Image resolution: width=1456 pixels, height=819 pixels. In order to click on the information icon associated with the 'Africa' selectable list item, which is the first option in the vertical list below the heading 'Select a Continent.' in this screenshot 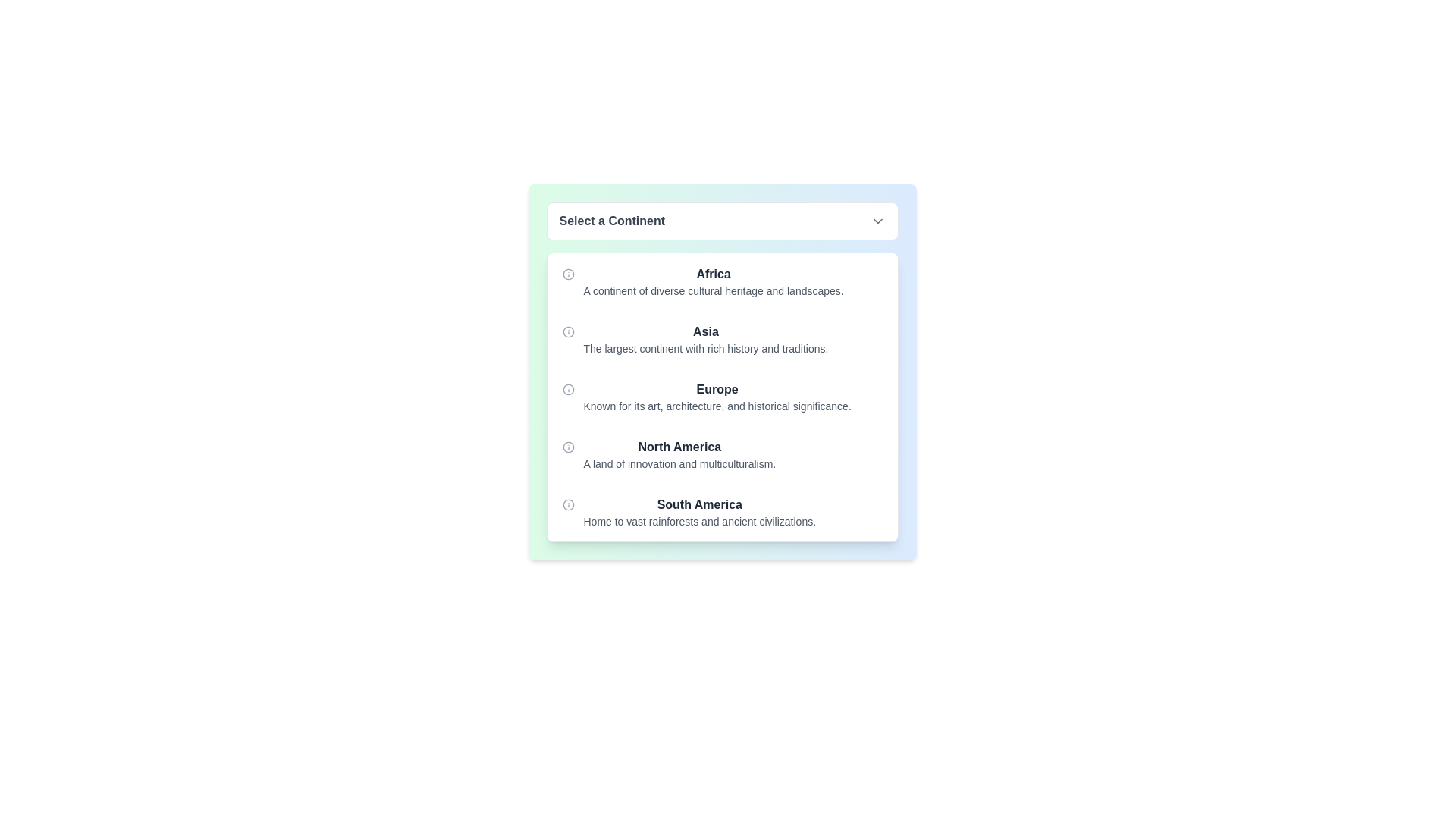, I will do `click(721, 281)`.